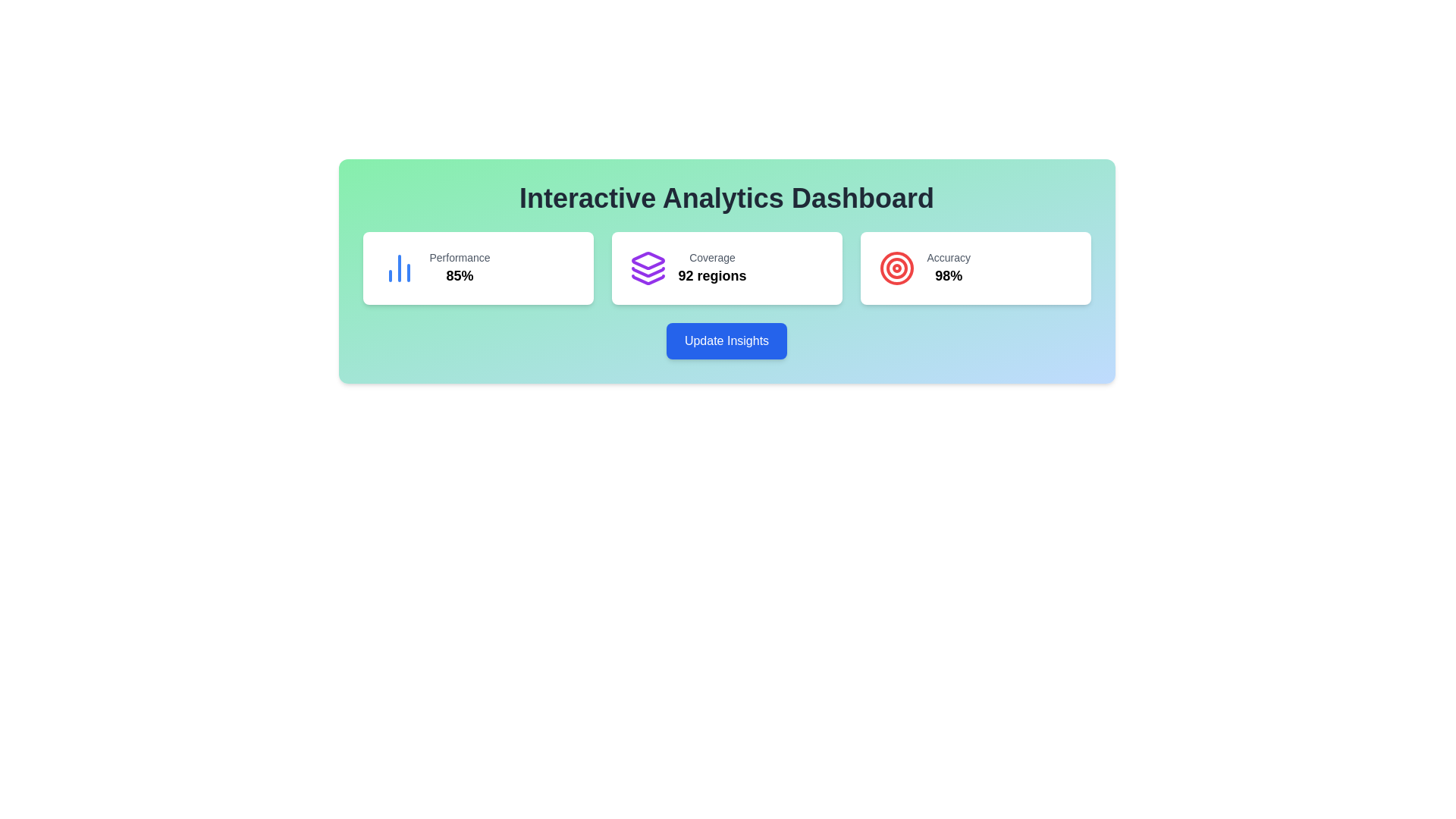  I want to click on the Informational label that displays the accuracy metric percentage, located within the rightmost card of a three-card layout, which has a white background and rounded corners, so click(948, 268).